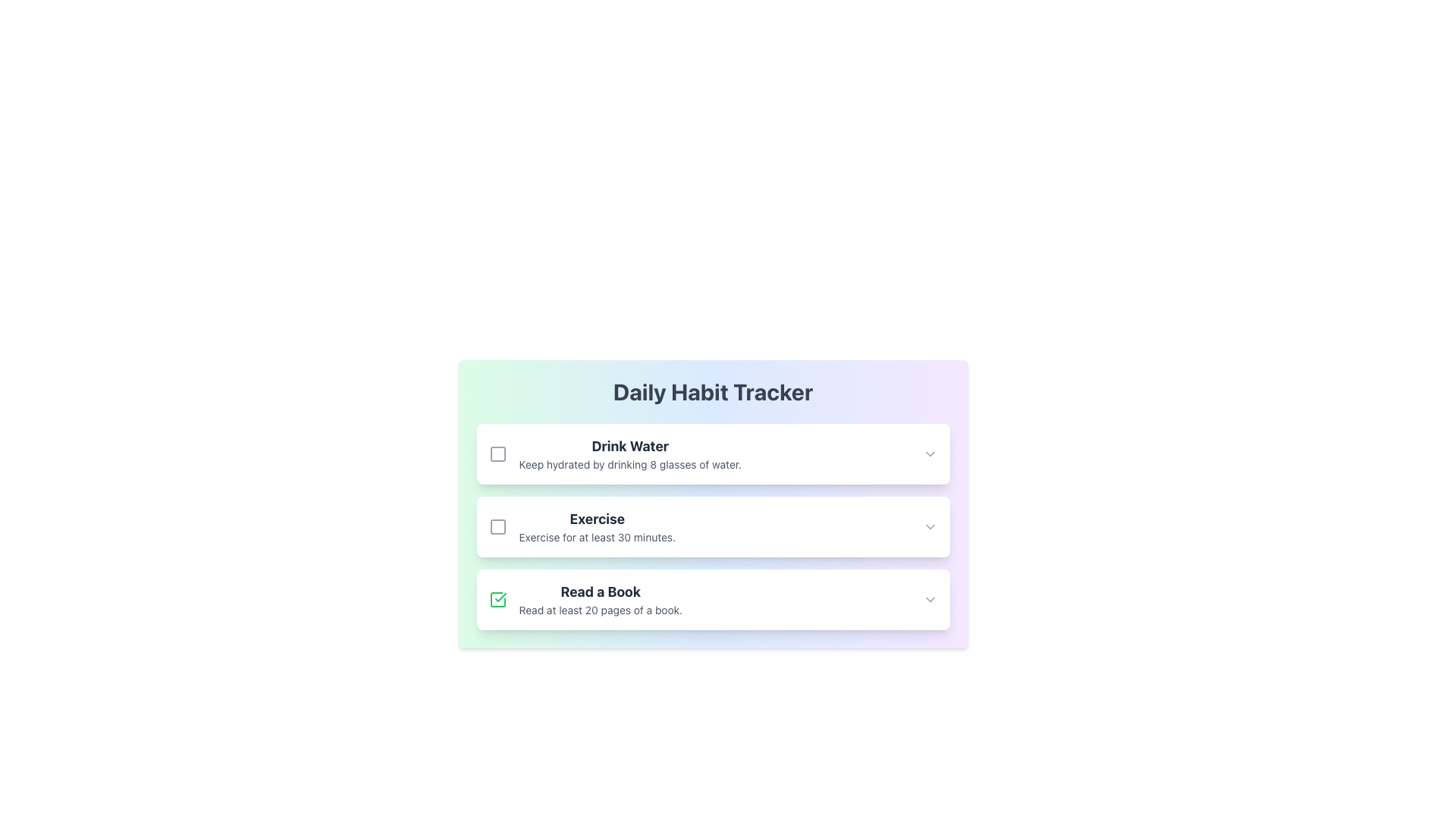  I want to click on the static text that reads 'Read at least 20 pages of a book.' located under the heading 'Read a Book' in the 'Daily Habit Tracker' section, so click(600, 610).